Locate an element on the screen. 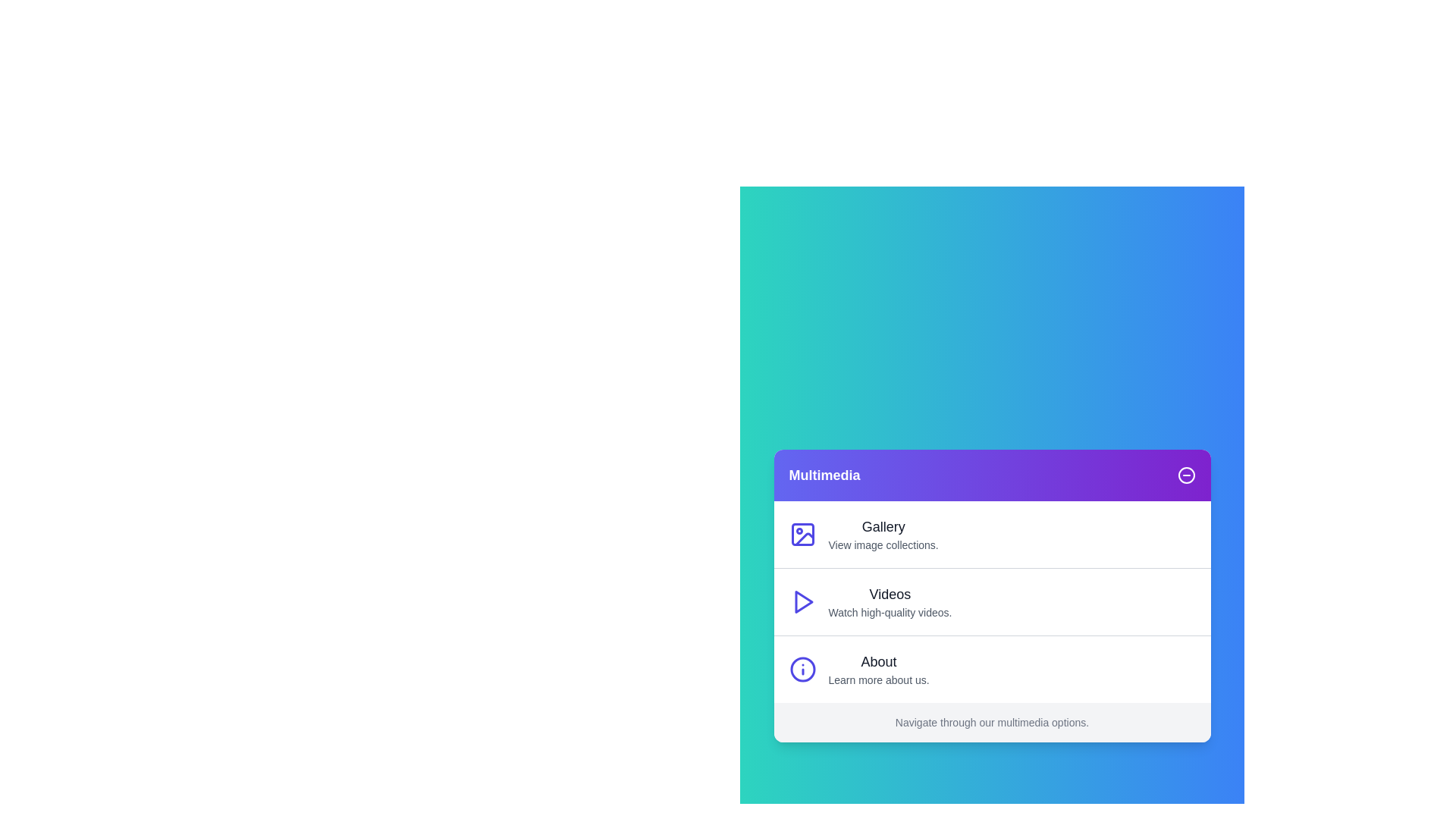  the icon associated with the menu item About is located at coordinates (802, 669).